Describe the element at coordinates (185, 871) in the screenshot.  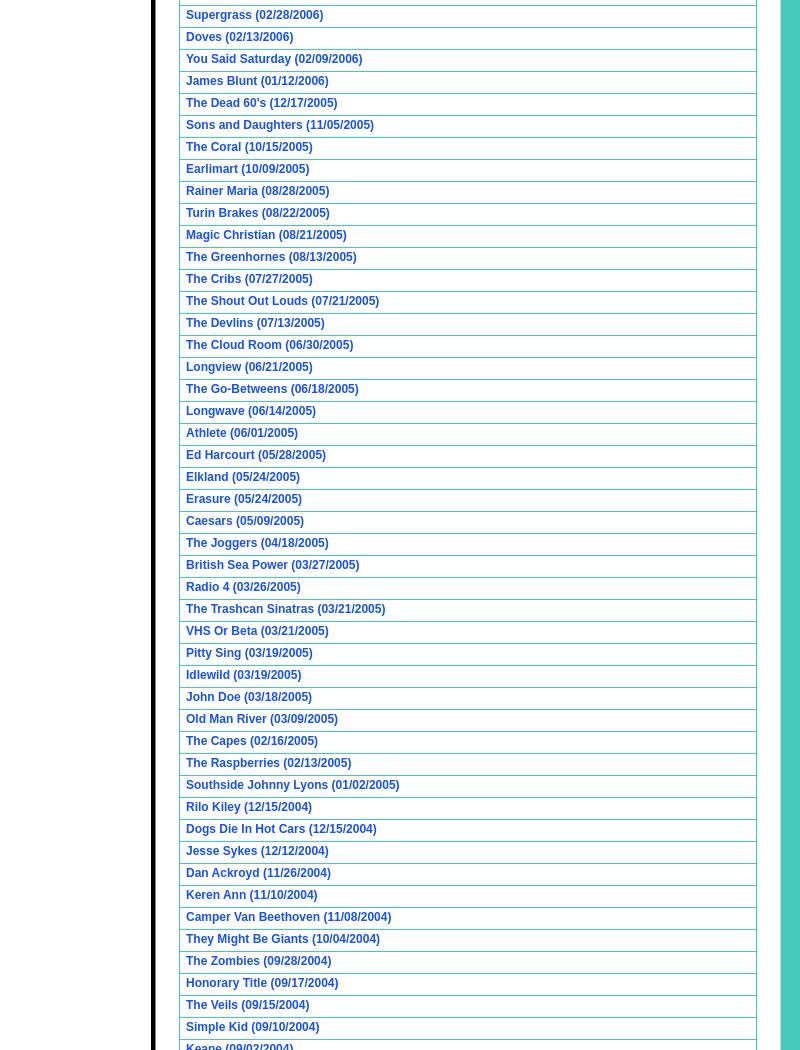
I see `'Dan Ackroyd (11/26/2004)'` at that location.